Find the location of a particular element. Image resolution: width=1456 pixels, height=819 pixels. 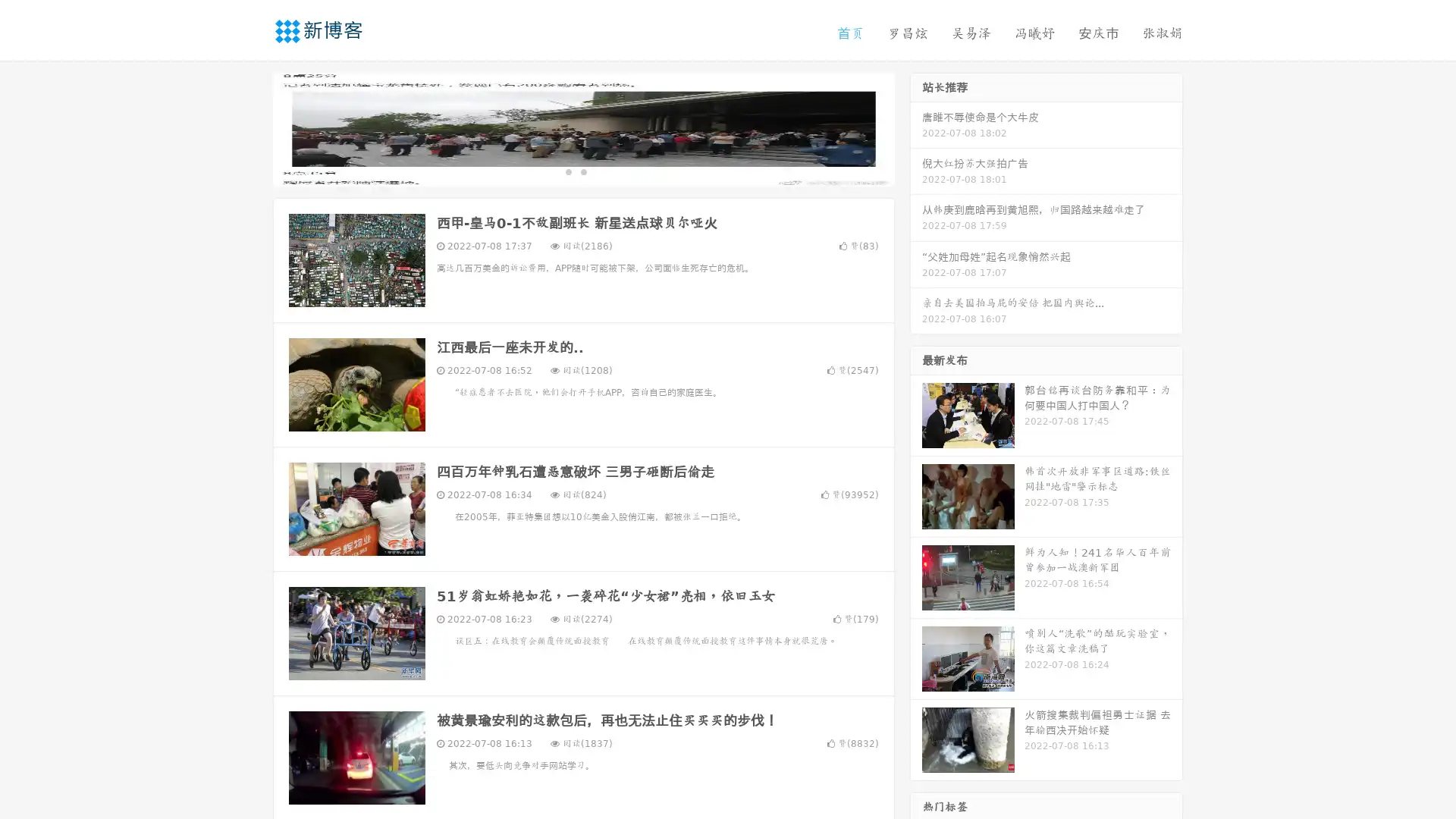

Next slide is located at coordinates (916, 127).